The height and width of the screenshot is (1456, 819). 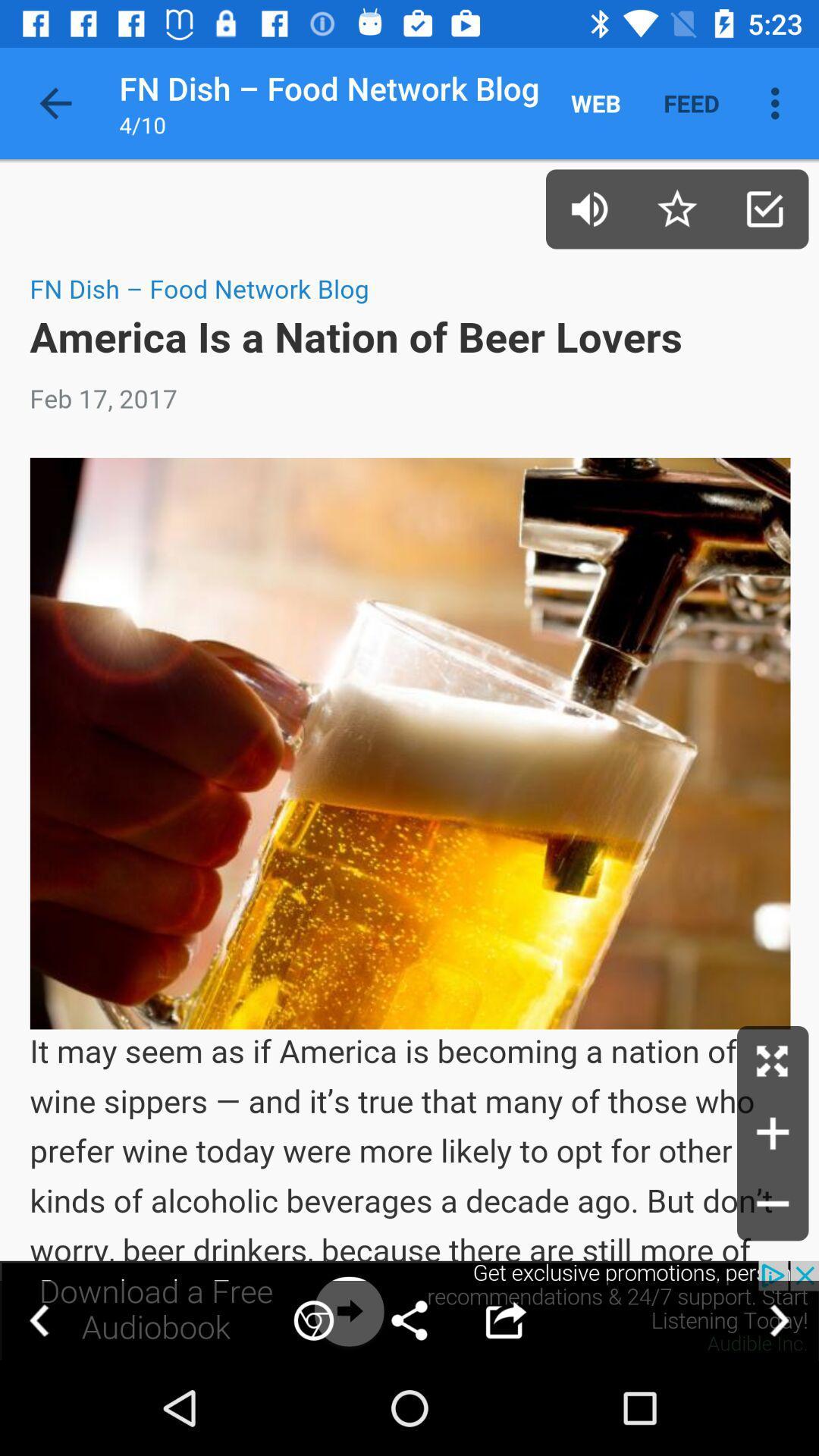 What do you see at coordinates (39, 1319) in the screenshot?
I see `go previous` at bounding box center [39, 1319].